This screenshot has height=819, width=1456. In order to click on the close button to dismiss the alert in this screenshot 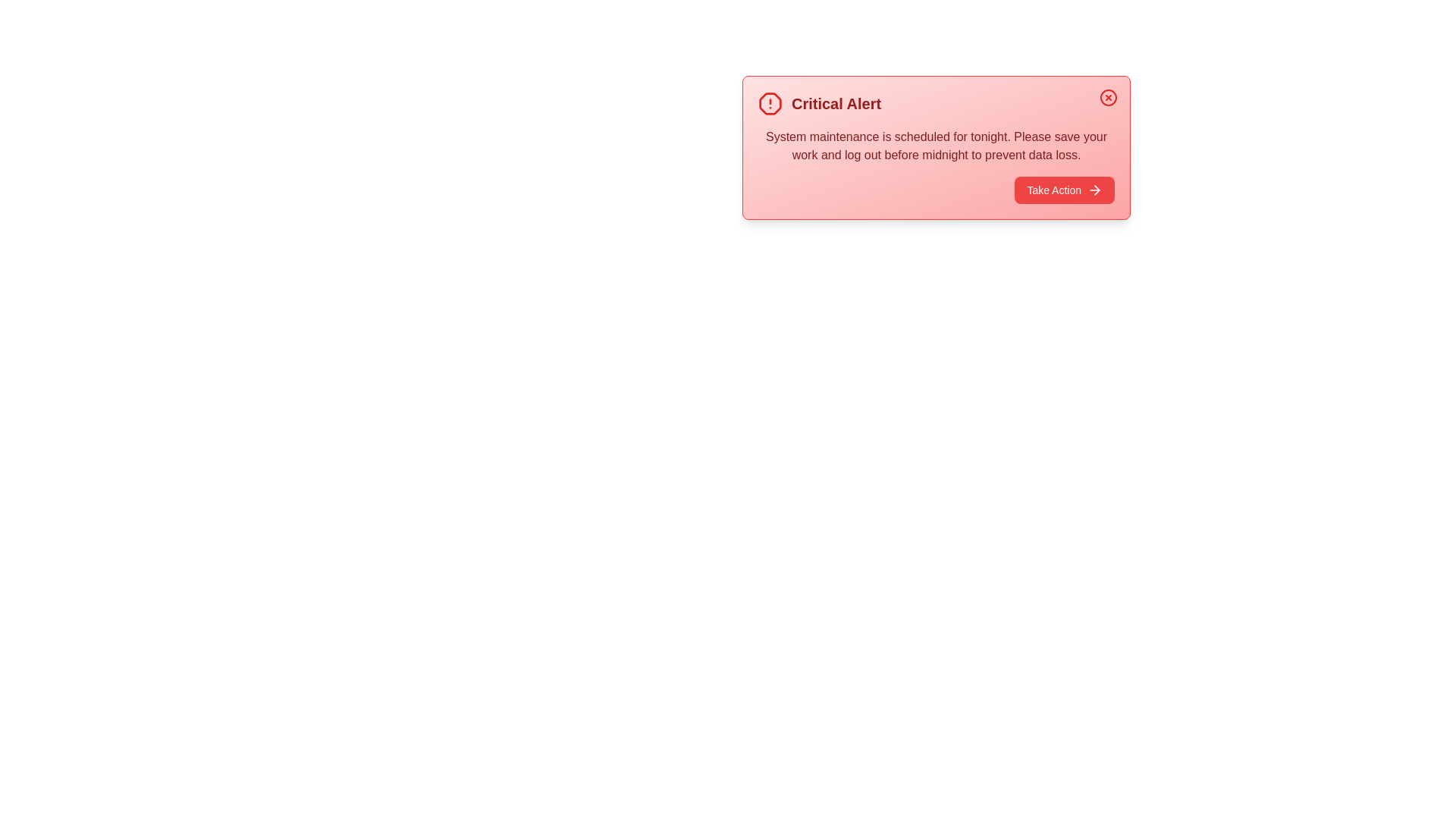, I will do `click(1109, 97)`.